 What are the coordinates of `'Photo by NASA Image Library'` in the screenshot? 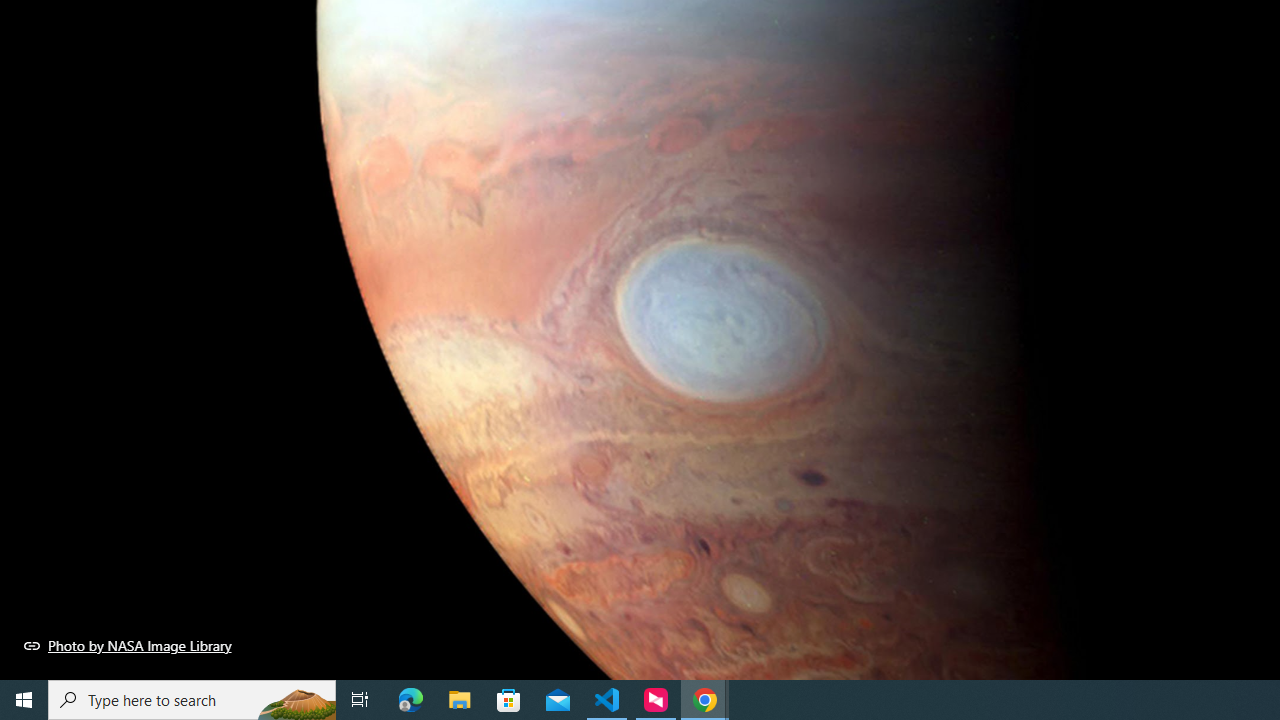 It's located at (127, 645).